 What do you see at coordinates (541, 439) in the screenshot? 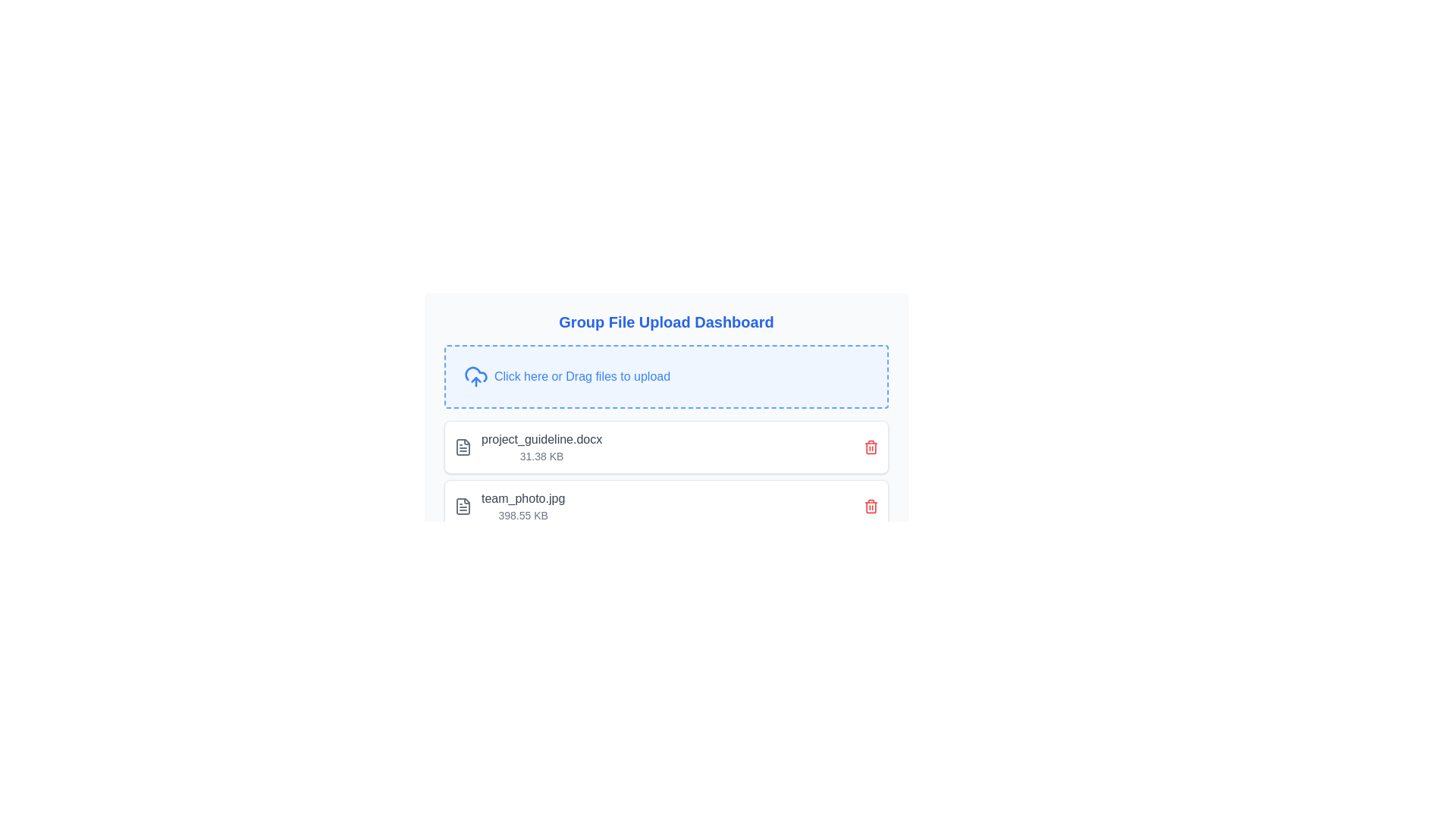
I see `on the text label displaying the file name 'project_guideline.docx', located above the file size '31.38 KB'` at bounding box center [541, 439].